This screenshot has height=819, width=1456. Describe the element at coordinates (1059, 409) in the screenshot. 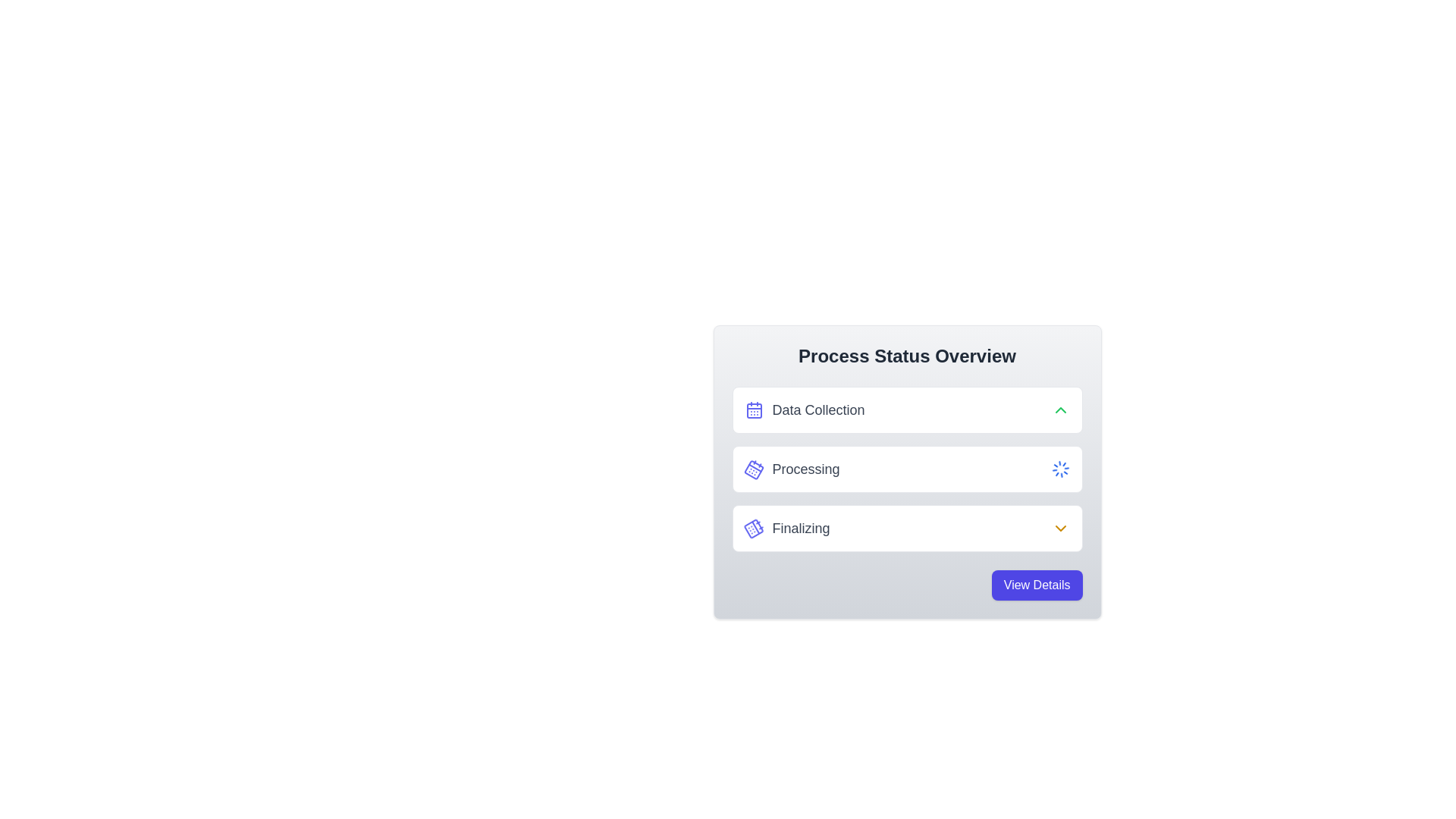

I see `the Chevron icon located to the right of the 'Data Collection' label` at that location.